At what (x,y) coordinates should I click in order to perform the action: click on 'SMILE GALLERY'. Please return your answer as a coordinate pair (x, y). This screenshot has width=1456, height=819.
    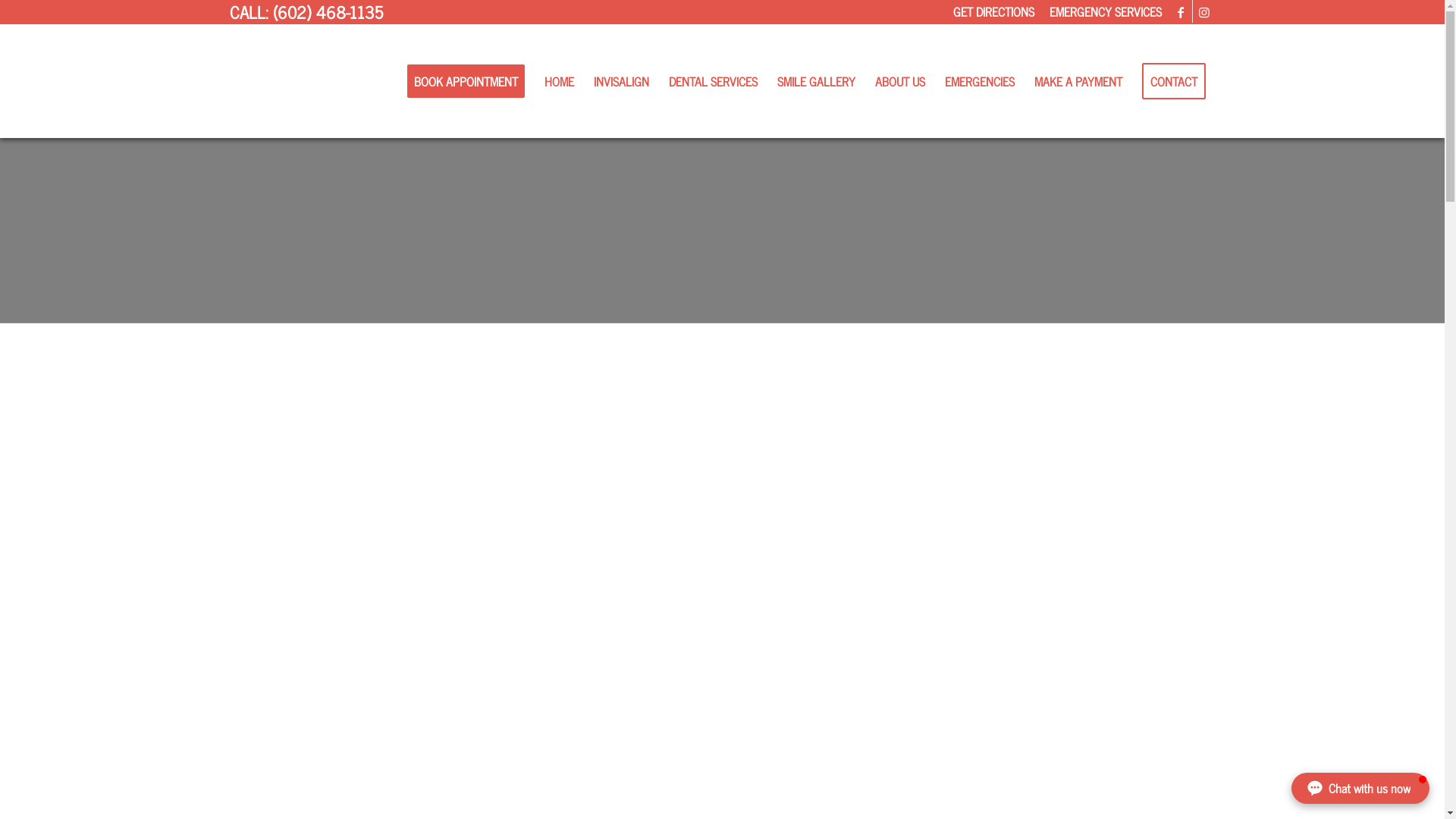
    Looking at the image, I should click on (815, 81).